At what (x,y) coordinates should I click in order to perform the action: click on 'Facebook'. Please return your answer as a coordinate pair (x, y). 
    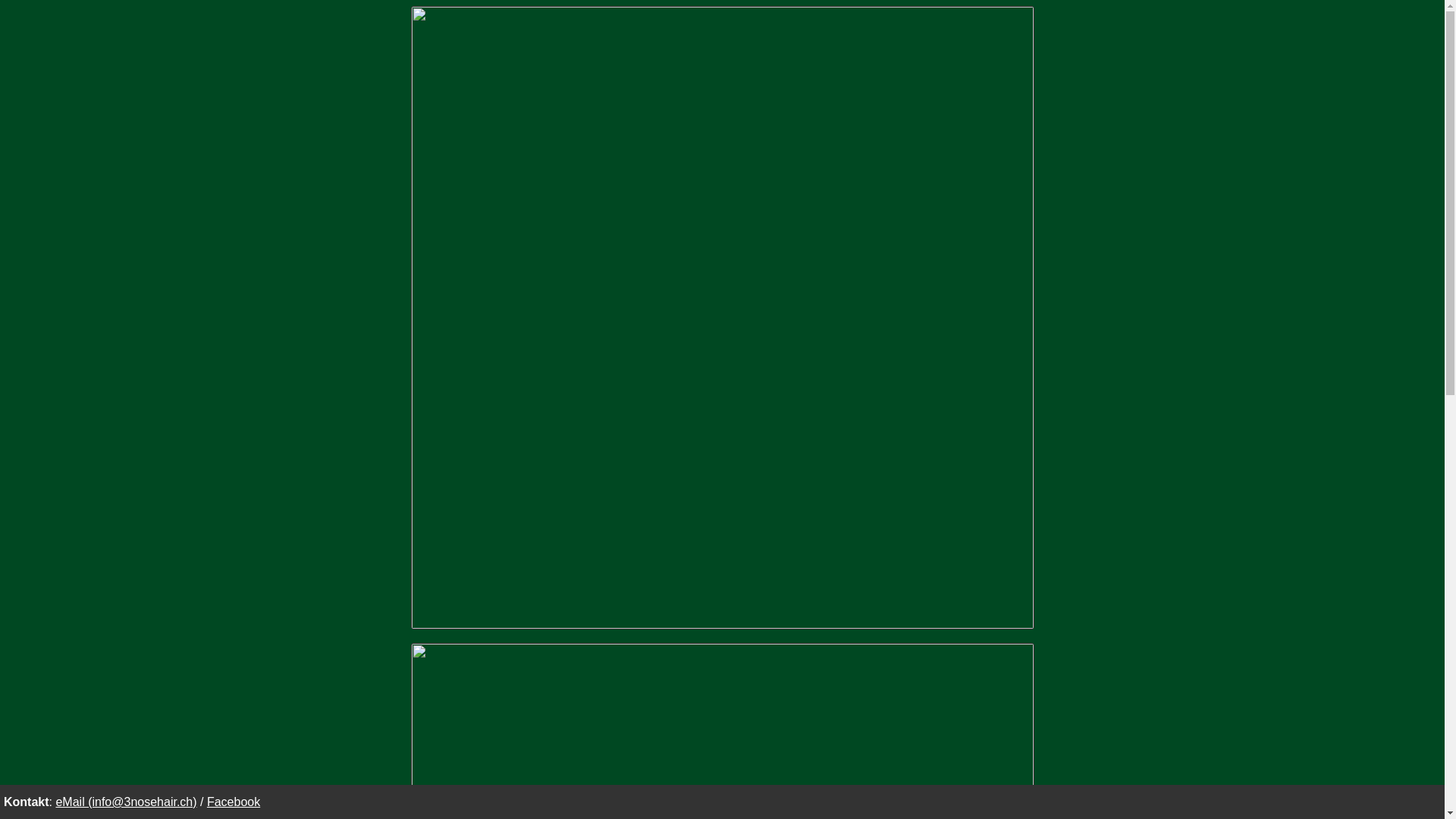
    Looking at the image, I should click on (232, 801).